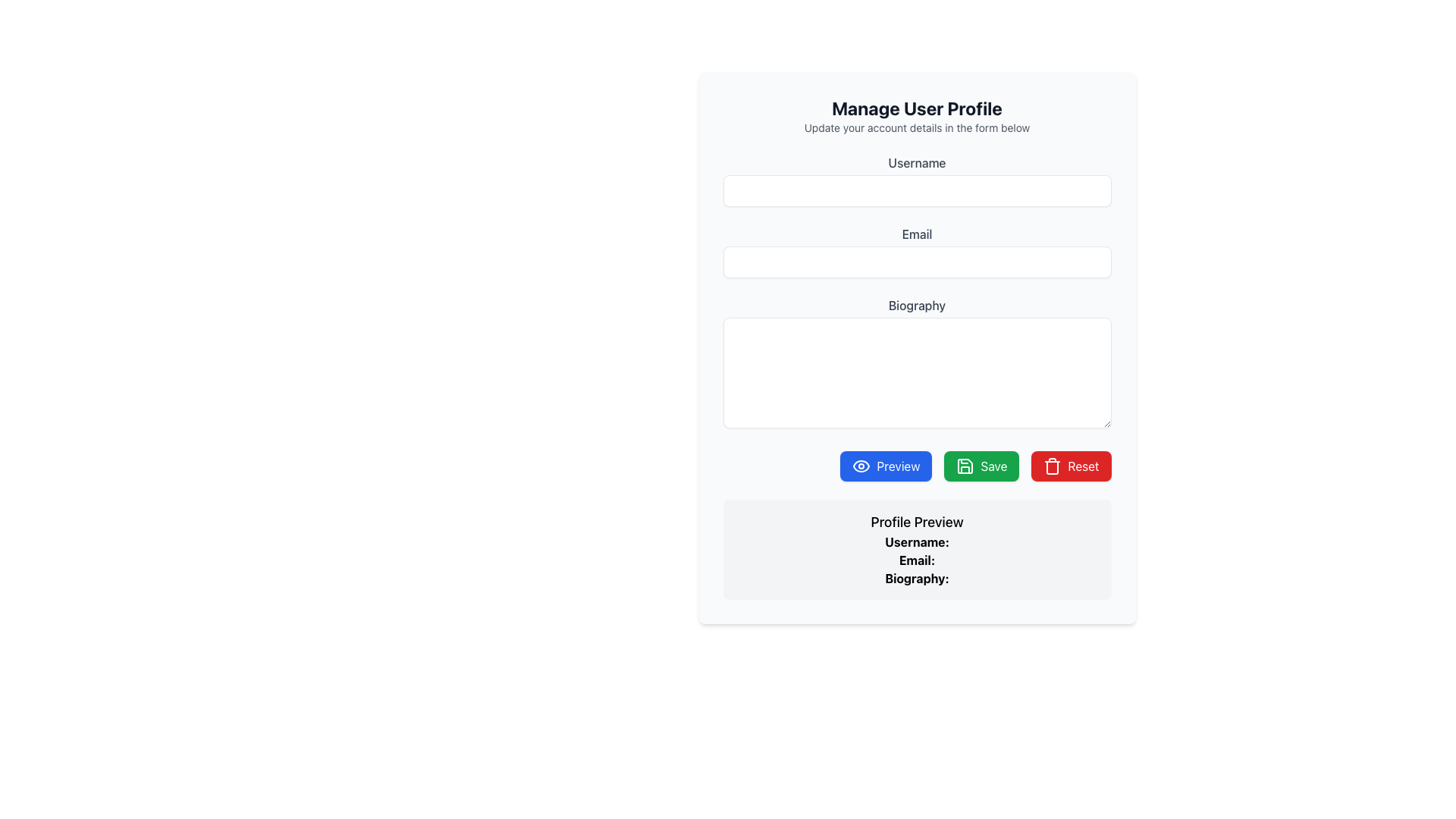 The image size is (1456, 819). What do you see at coordinates (898, 465) in the screenshot?
I see `the 'Preview' text label, which is displayed in white font on a blue background and is part of a rounded rectangular button group positioned at the center bottom area of the user interface` at bounding box center [898, 465].